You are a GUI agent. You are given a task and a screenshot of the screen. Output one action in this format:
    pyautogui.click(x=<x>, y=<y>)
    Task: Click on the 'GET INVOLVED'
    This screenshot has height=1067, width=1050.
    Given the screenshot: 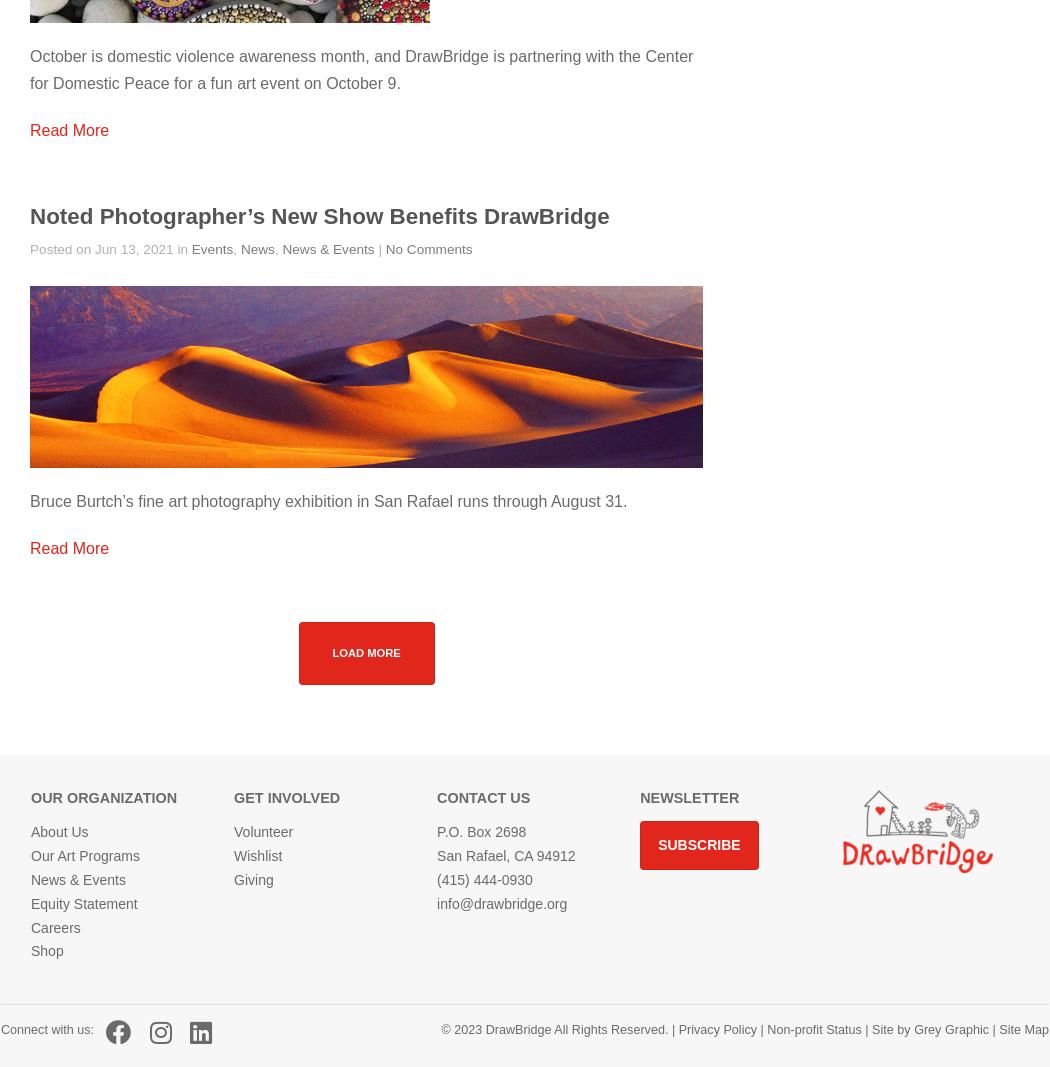 What is the action you would take?
    pyautogui.click(x=234, y=797)
    